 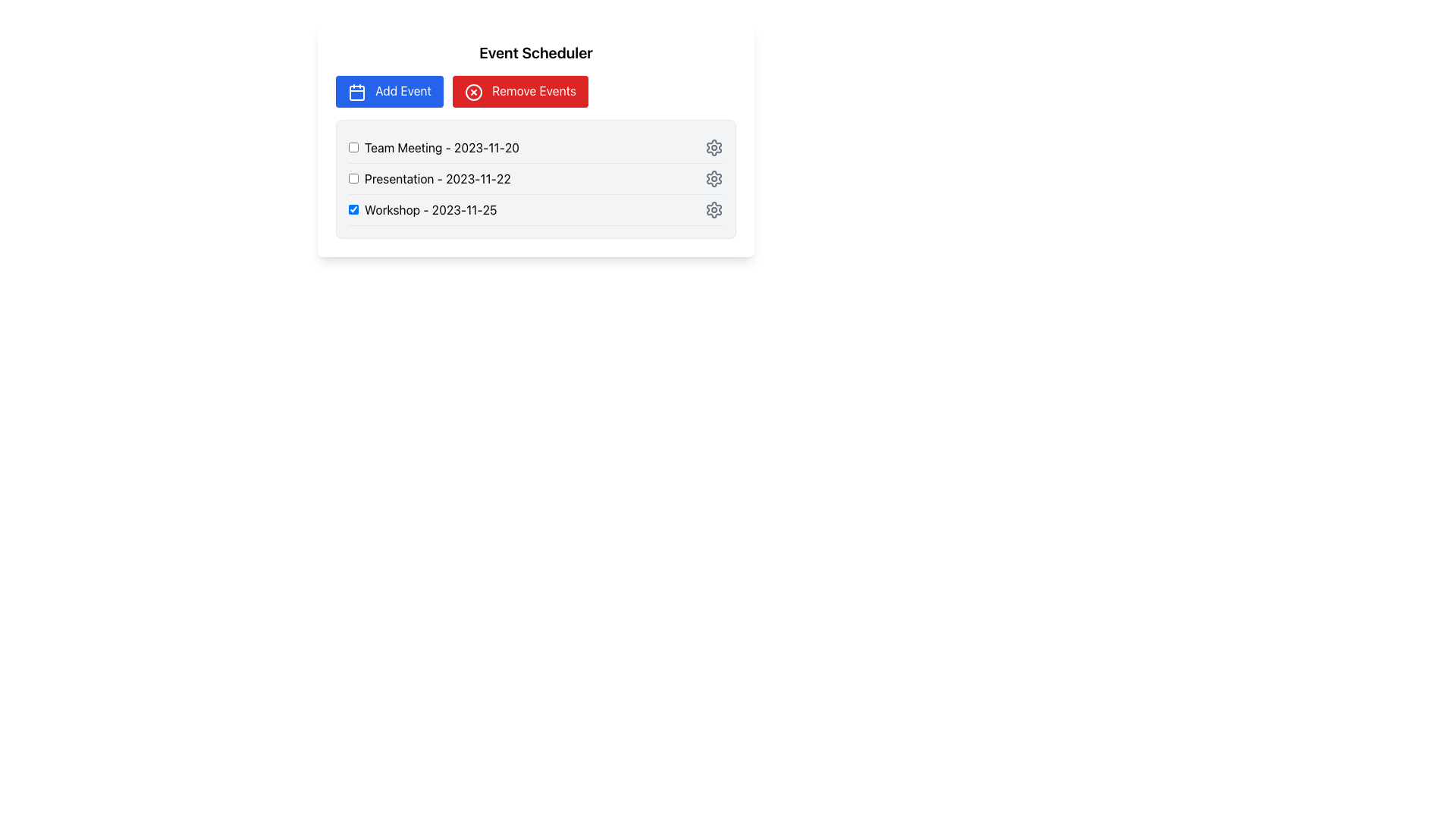 I want to click on the red circular icon with a cross symbol located on the left side of the 'Remove Events' button, so click(x=472, y=92).